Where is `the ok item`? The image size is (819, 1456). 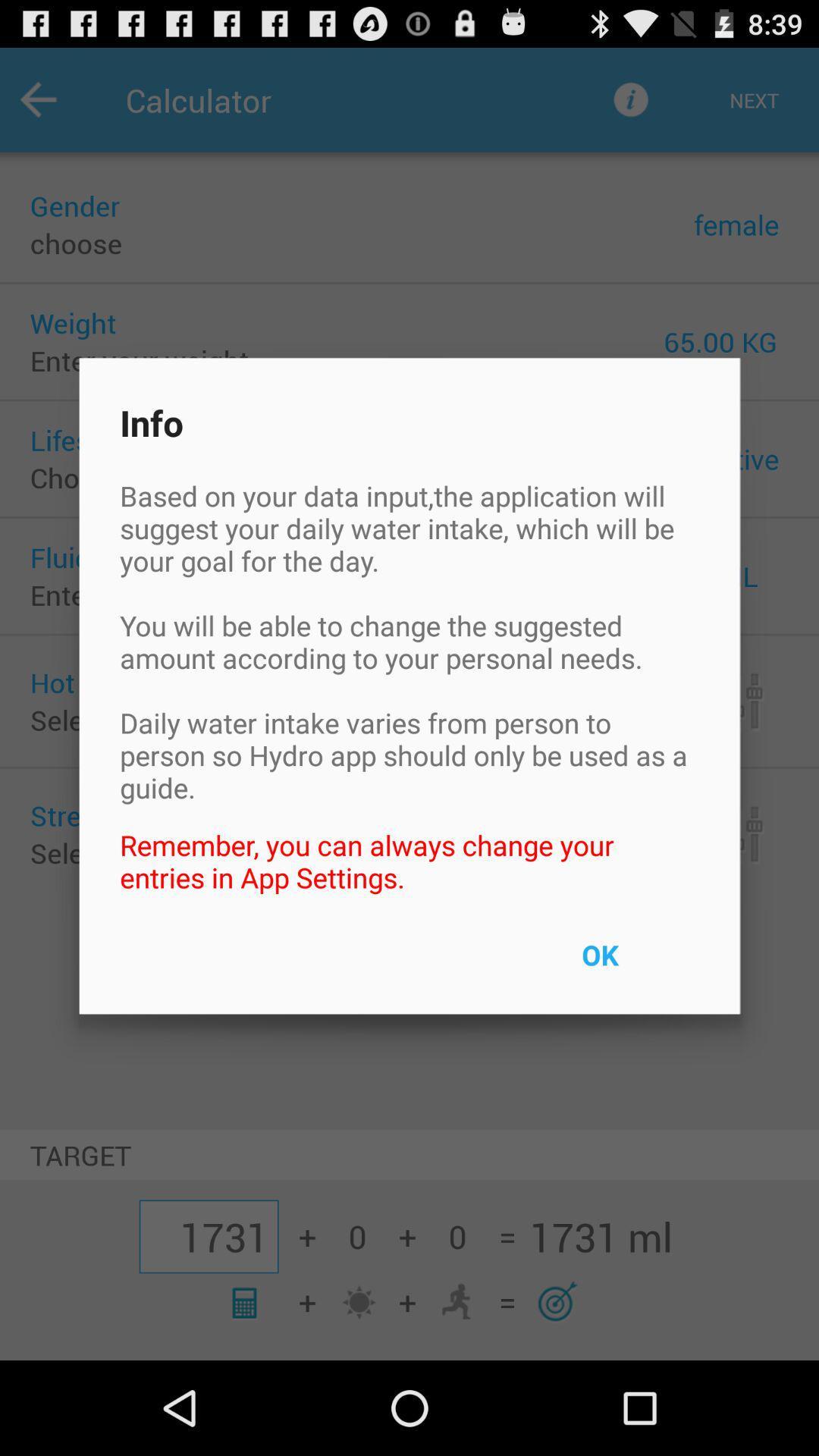
the ok item is located at coordinates (635, 964).